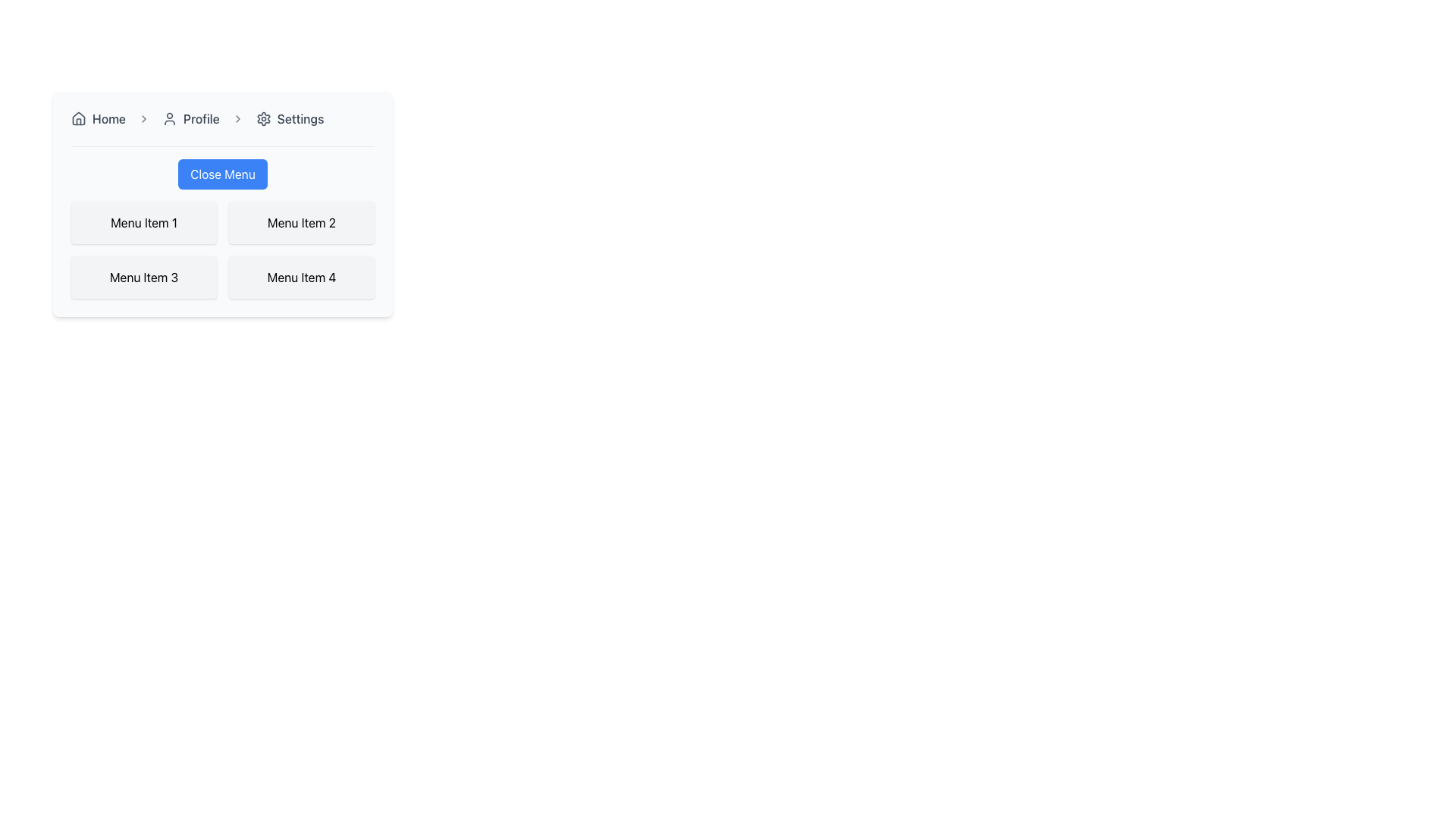  What do you see at coordinates (237, 118) in the screenshot?
I see `the third right-facing chevron icon in the breadcrumb navigation bar, which is positioned between 'Profile' and 'Settings'` at bounding box center [237, 118].